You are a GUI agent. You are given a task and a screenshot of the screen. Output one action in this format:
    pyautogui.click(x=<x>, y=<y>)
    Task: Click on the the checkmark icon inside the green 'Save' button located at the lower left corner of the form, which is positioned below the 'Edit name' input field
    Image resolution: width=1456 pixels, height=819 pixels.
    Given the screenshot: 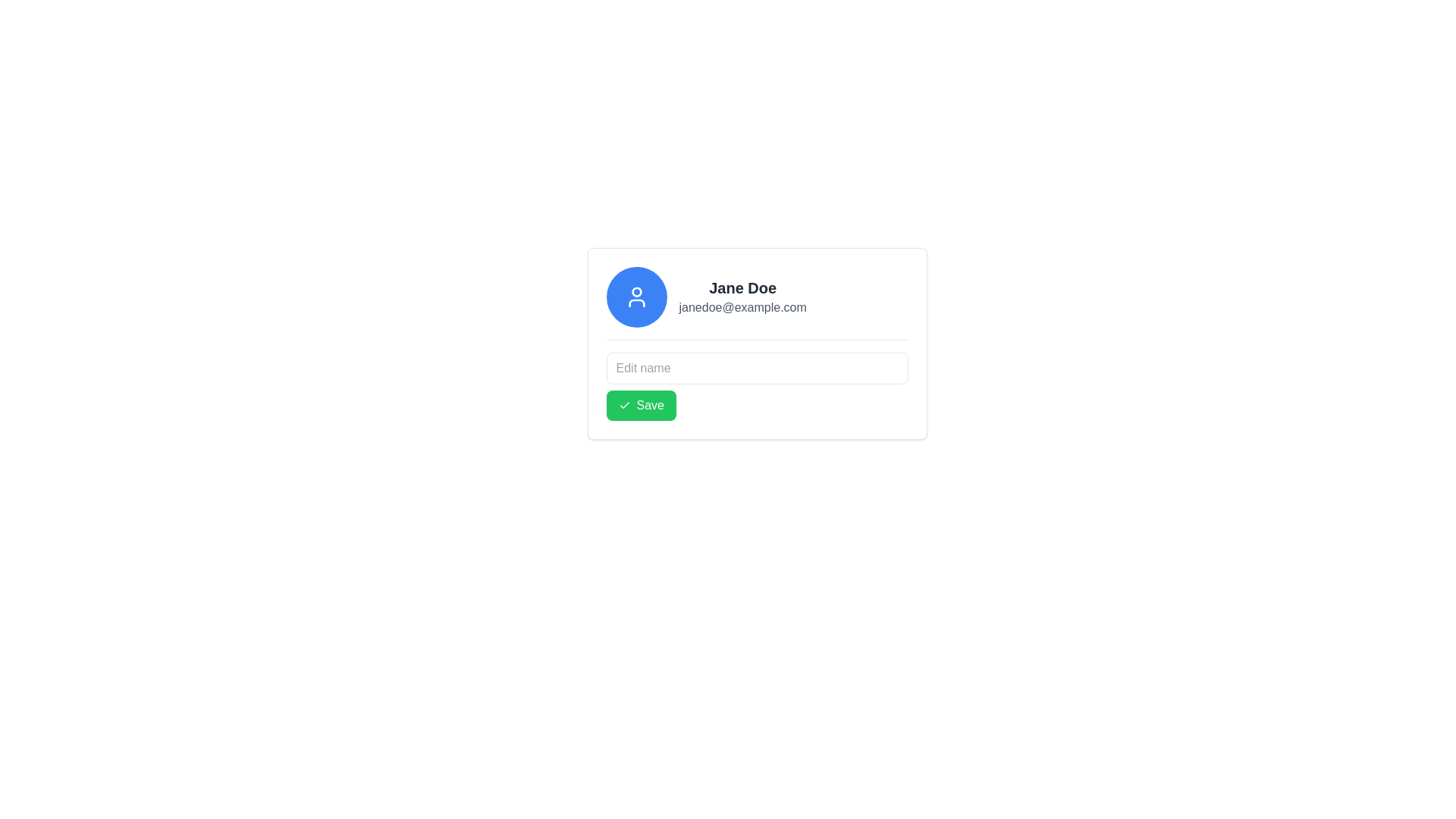 What is the action you would take?
    pyautogui.click(x=624, y=405)
    